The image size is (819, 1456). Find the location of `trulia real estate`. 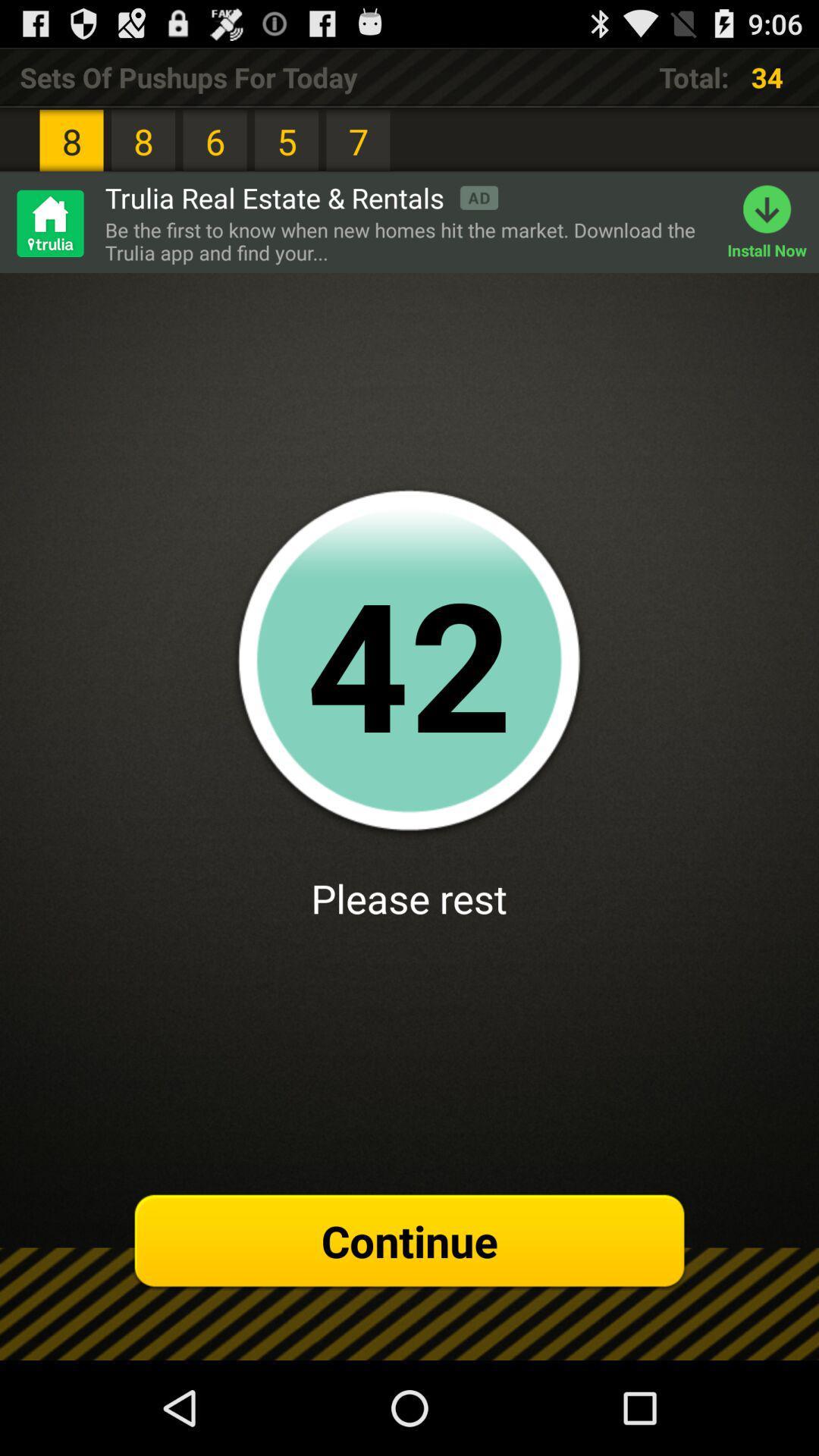

trulia real estate is located at coordinates (301, 196).